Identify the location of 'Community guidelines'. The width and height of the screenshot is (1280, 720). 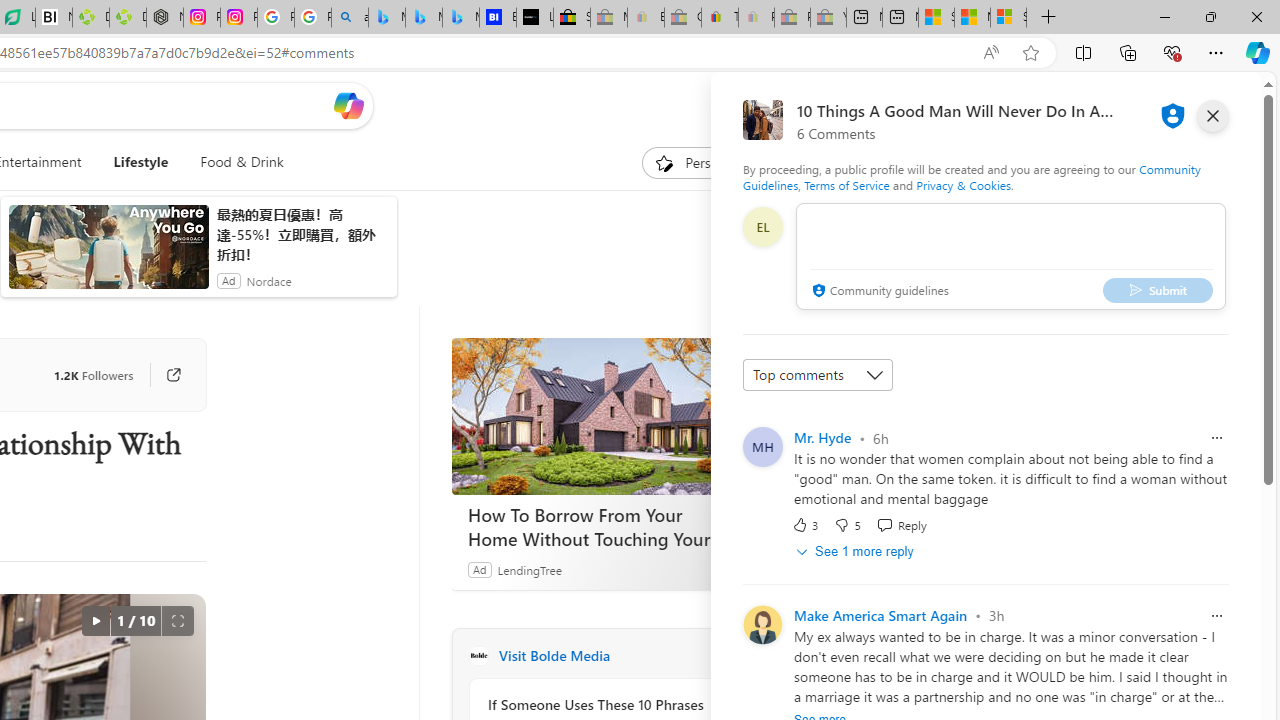
(878, 291).